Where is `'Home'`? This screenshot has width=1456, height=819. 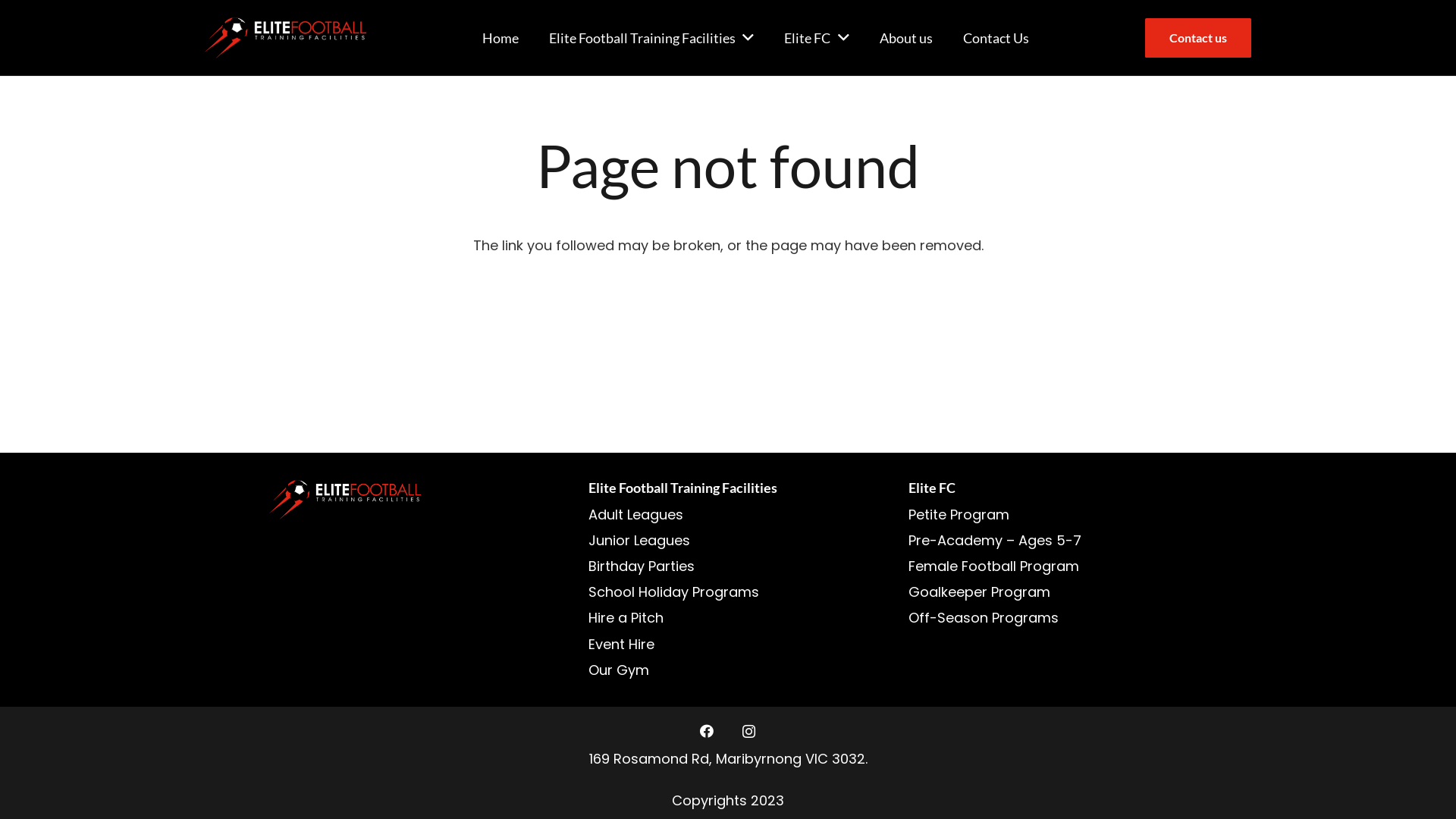
'Home' is located at coordinates (500, 37).